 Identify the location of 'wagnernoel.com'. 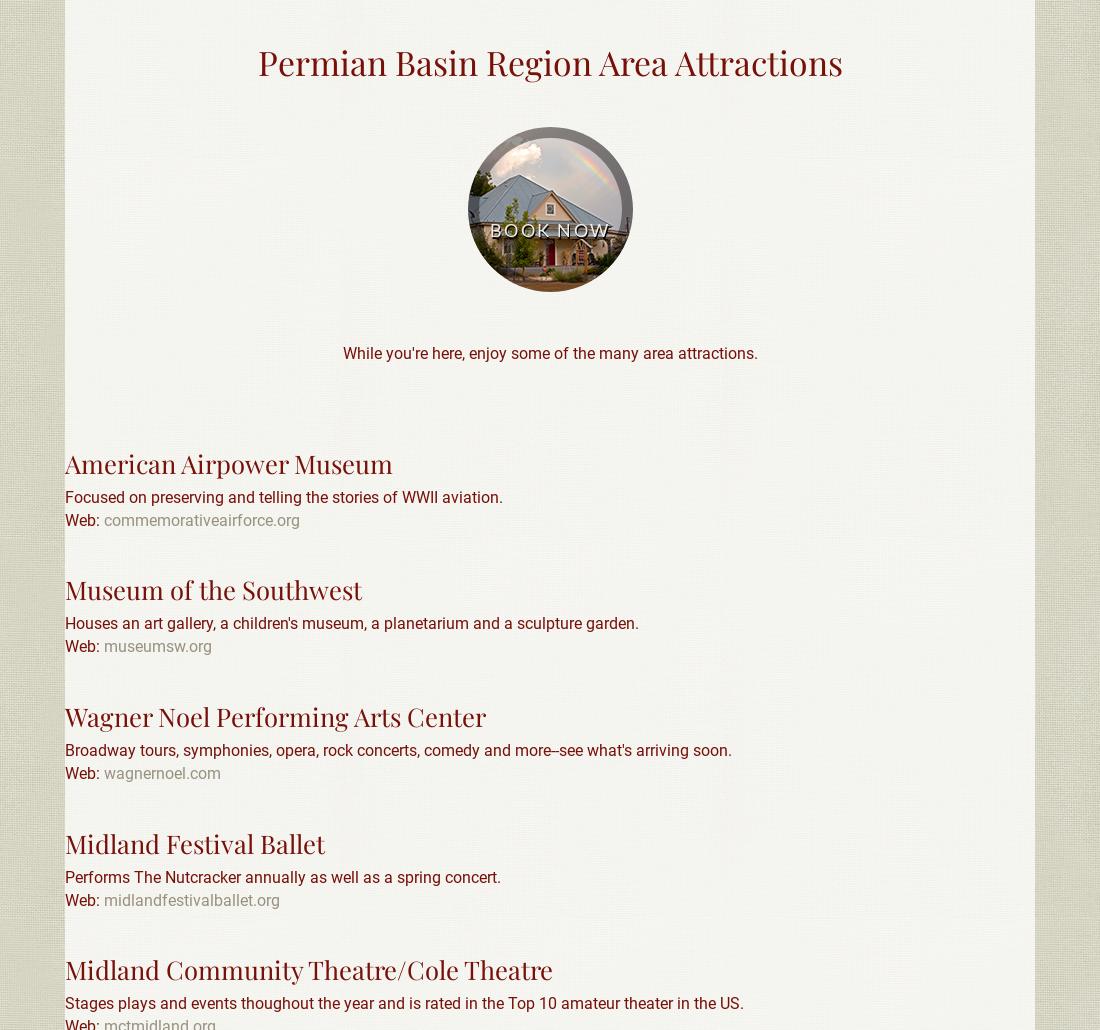
(103, 772).